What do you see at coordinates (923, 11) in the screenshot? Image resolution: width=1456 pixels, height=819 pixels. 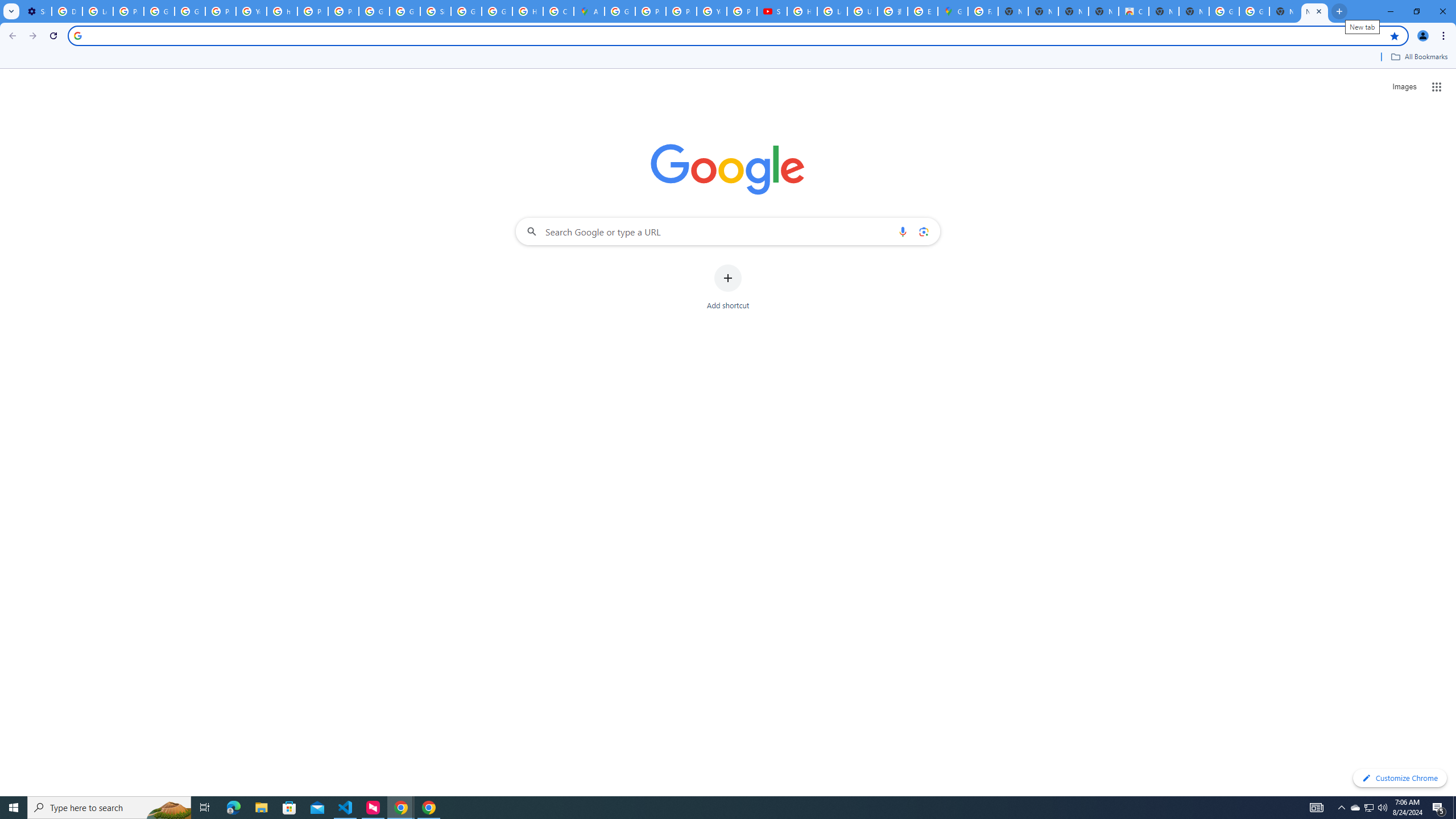 I see `'Explore new street-level details - Google Maps Help'` at bounding box center [923, 11].